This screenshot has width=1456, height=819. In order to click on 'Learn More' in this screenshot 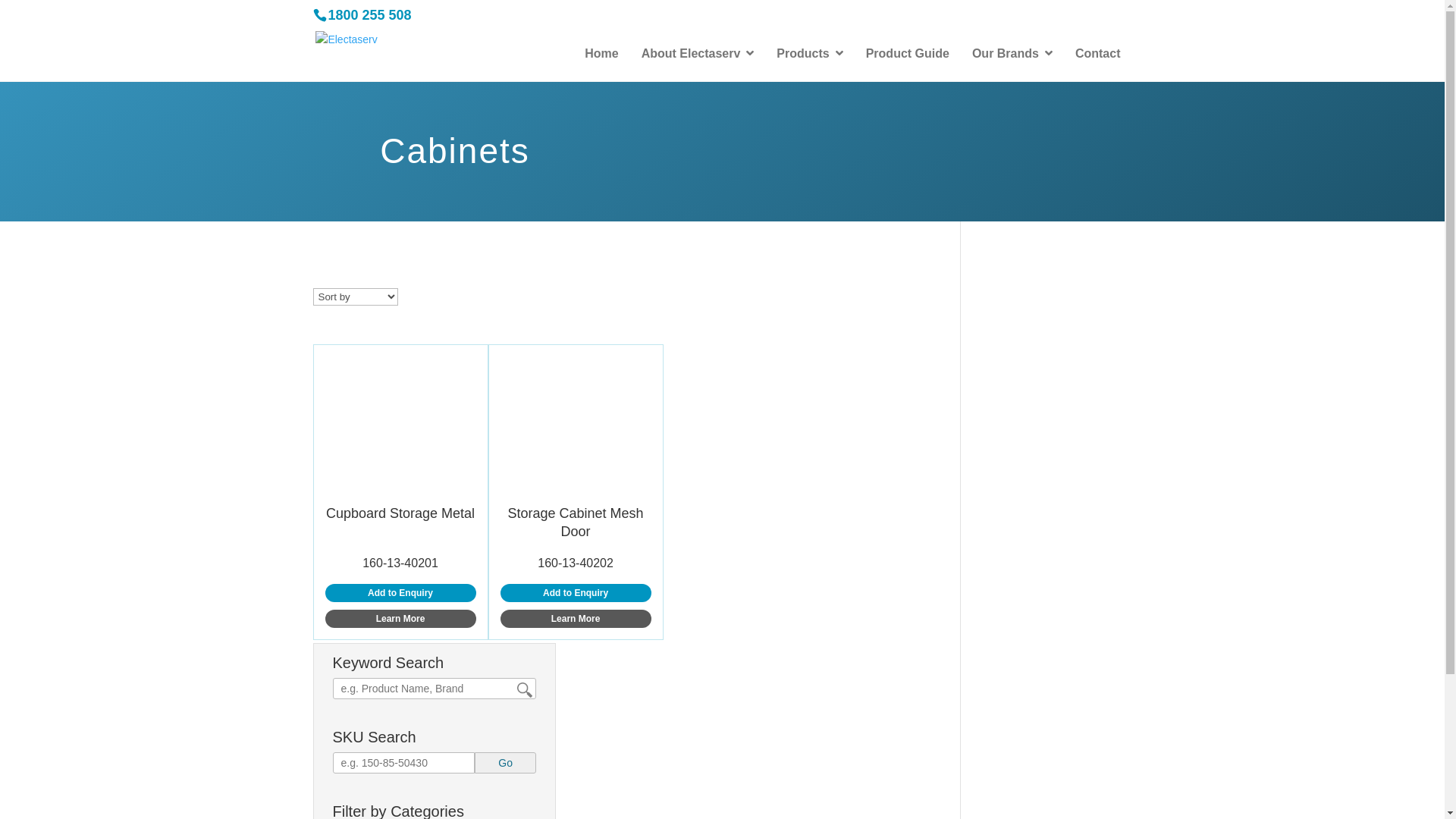, I will do `click(400, 619)`.